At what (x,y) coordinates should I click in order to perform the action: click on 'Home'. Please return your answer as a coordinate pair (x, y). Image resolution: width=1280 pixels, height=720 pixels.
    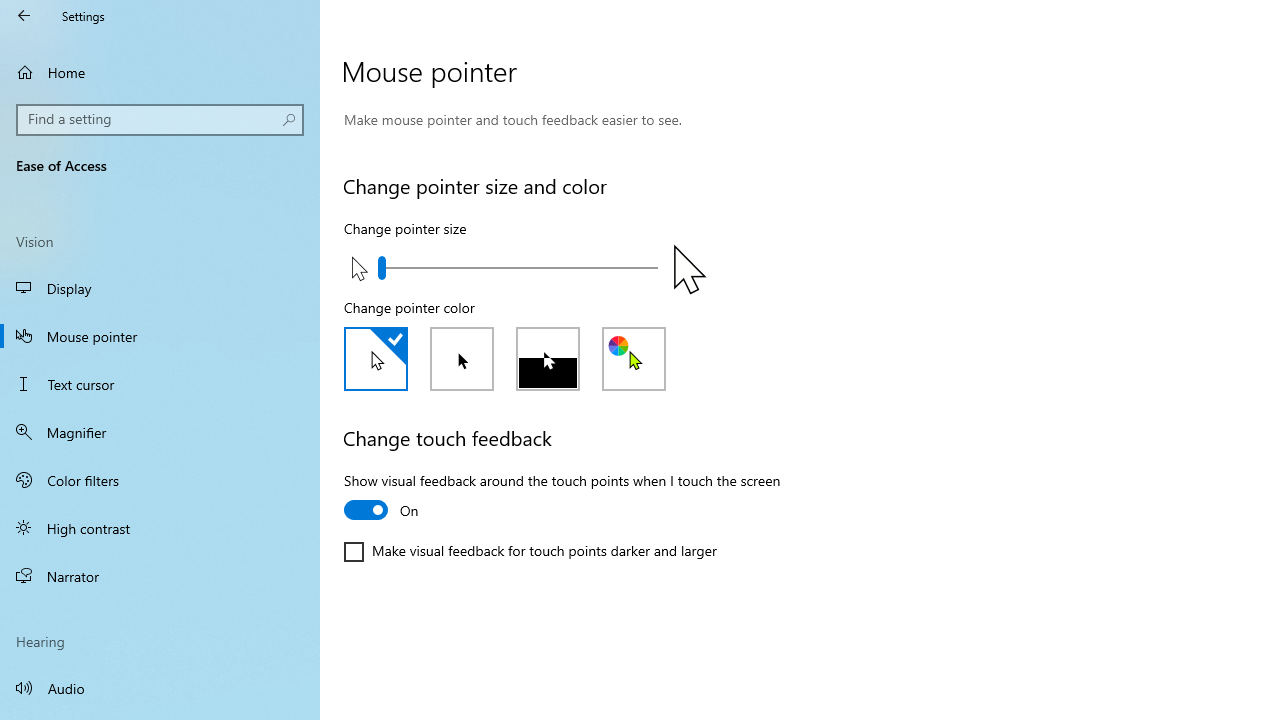
    Looking at the image, I should click on (160, 71).